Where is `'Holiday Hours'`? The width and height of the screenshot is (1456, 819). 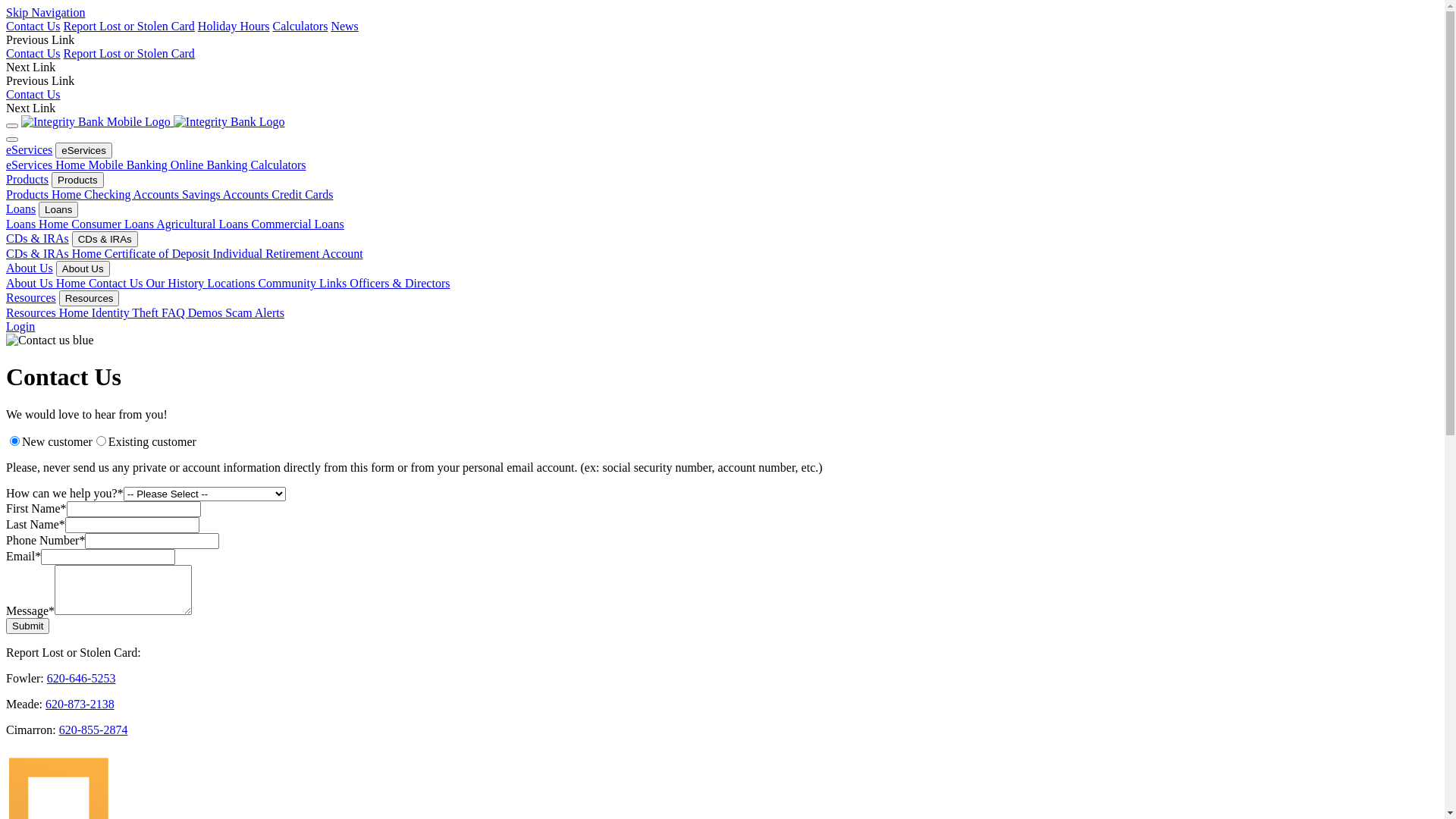 'Holiday Hours' is located at coordinates (233, 26).